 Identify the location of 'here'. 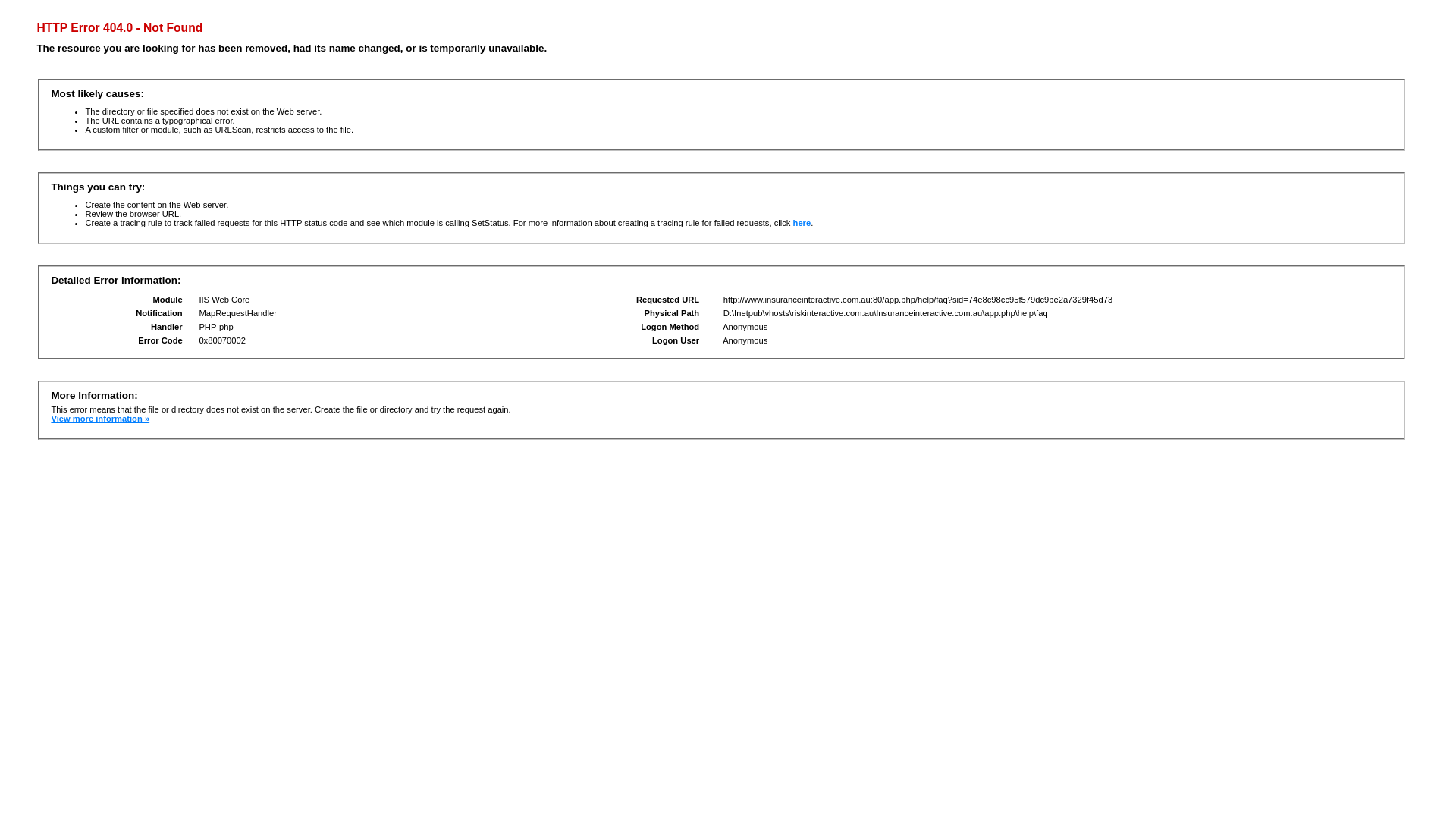
(801, 222).